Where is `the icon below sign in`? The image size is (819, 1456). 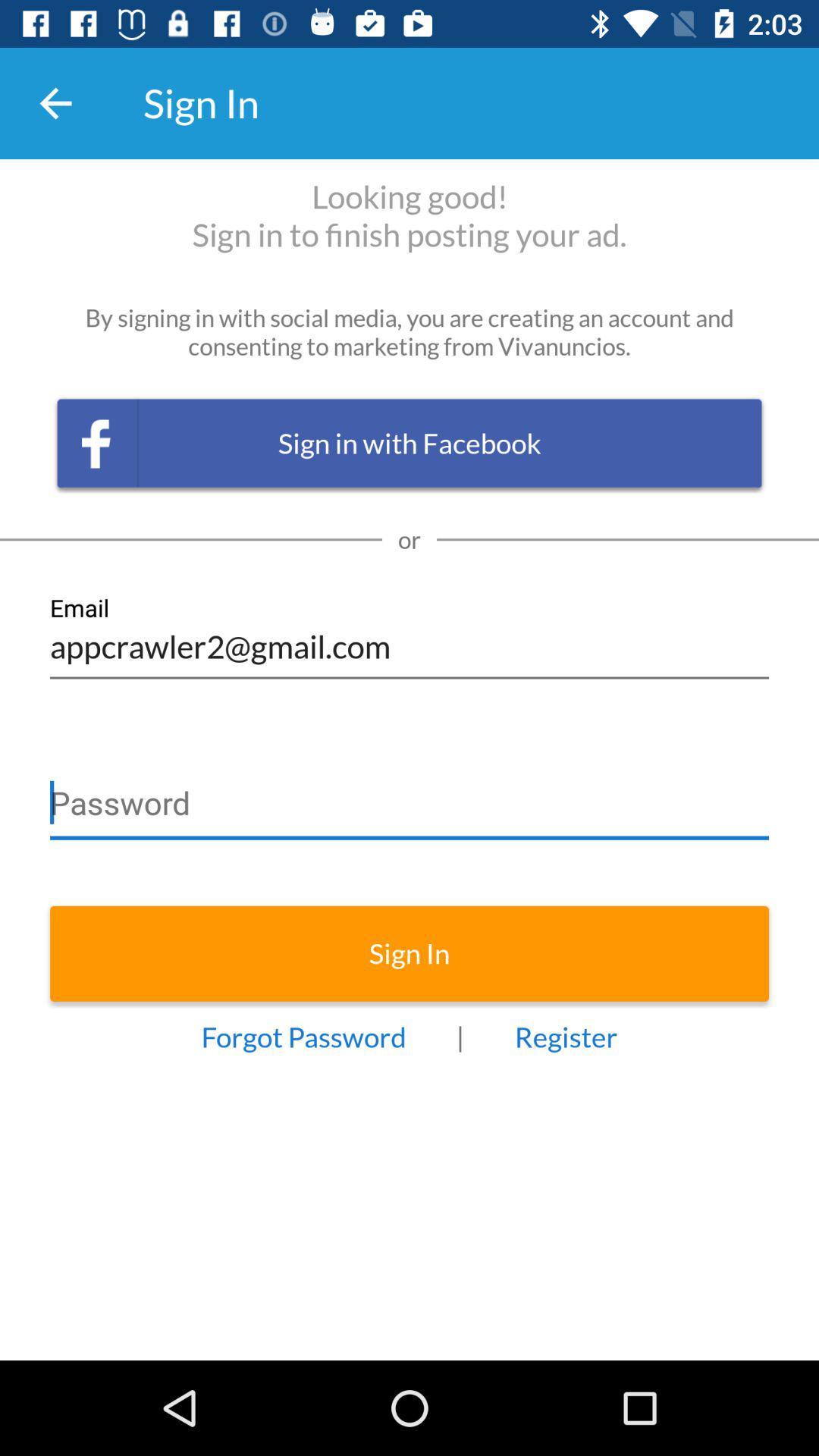 the icon below sign in is located at coordinates (566, 1036).